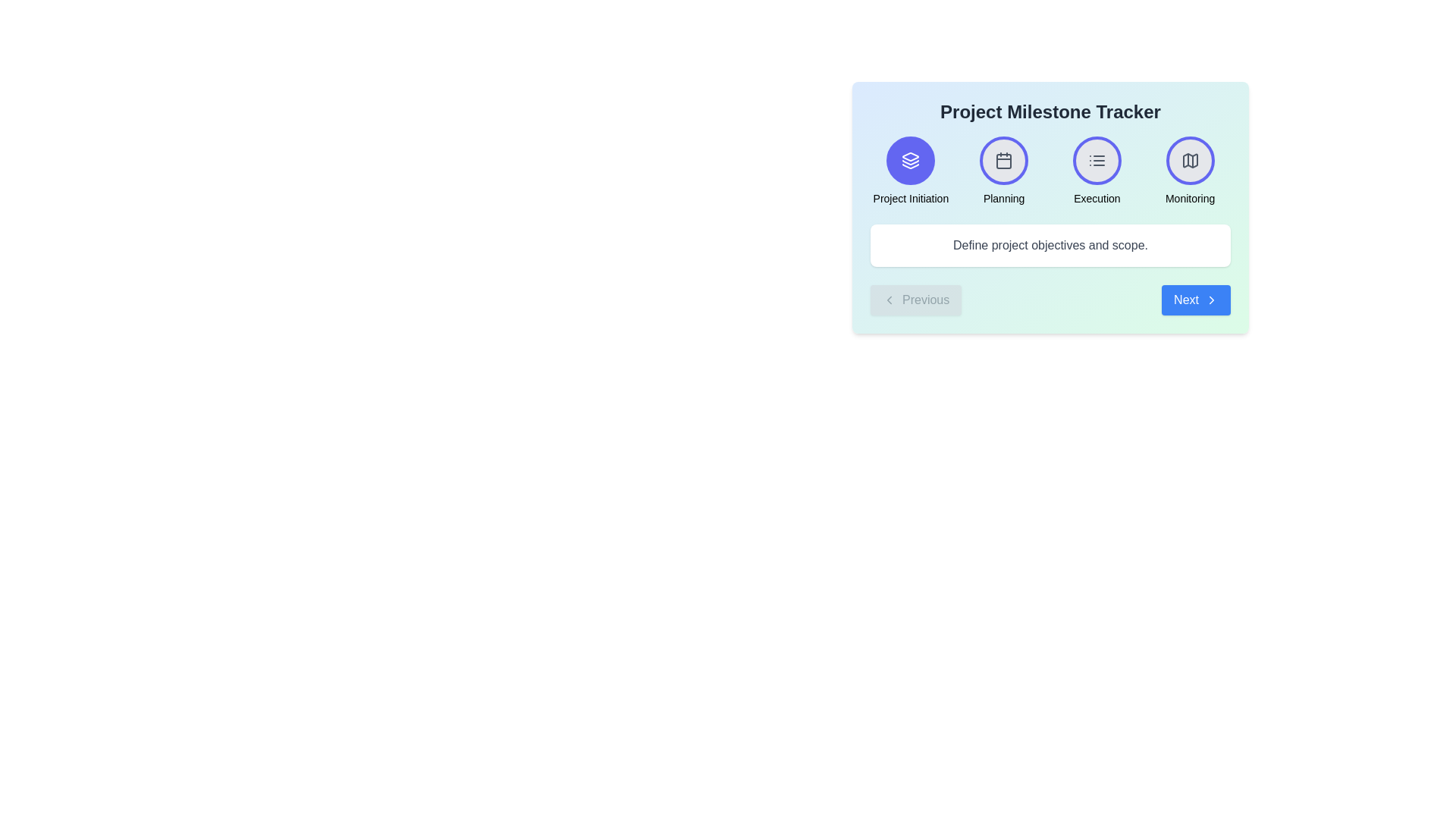  Describe the element at coordinates (1195, 300) in the screenshot. I see `the navigational button located on the right side of the interface, adjacent to the 'Previous' button` at that location.